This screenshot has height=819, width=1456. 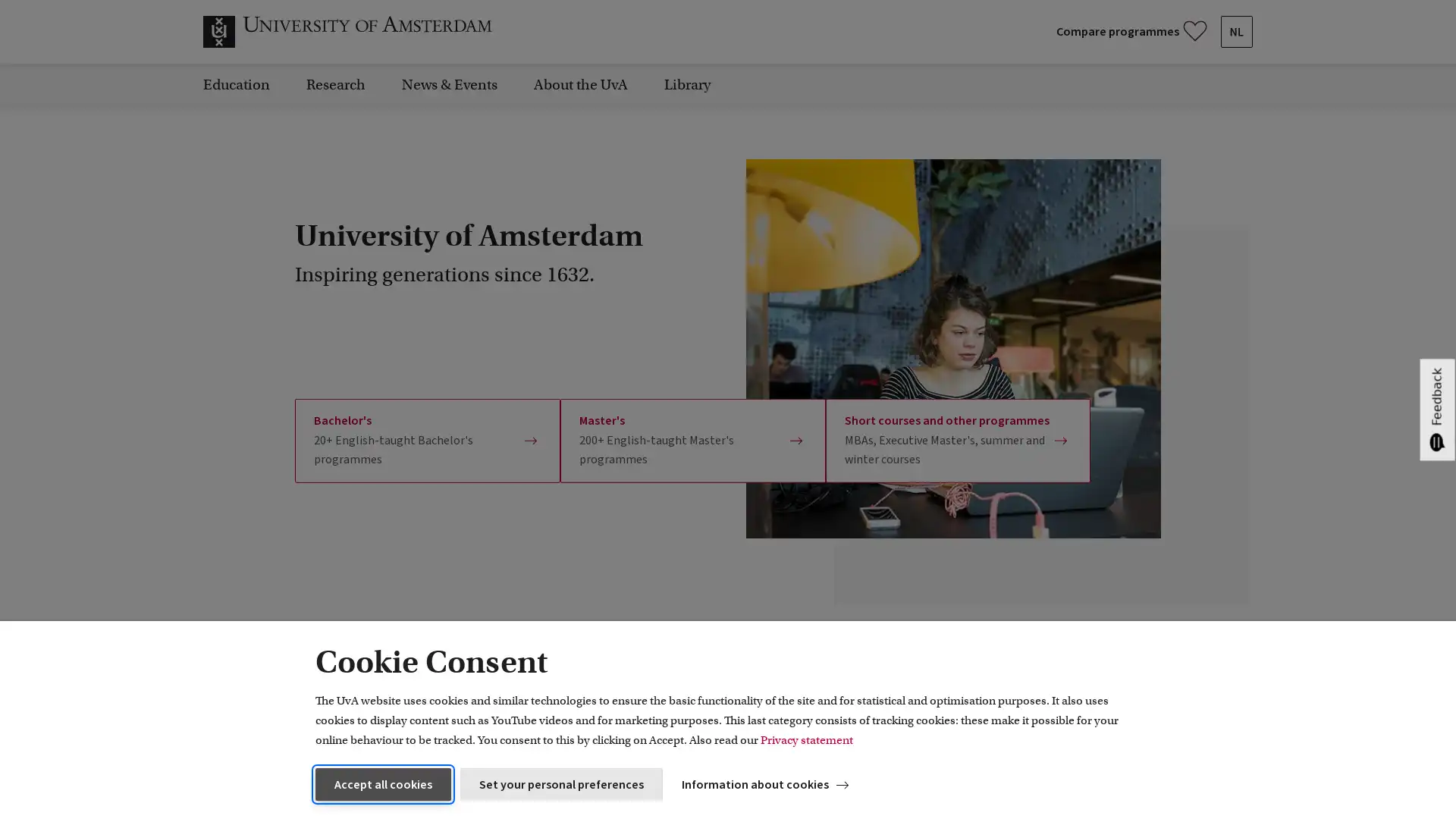 I want to click on Feedback, so click(x=1436, y=409).